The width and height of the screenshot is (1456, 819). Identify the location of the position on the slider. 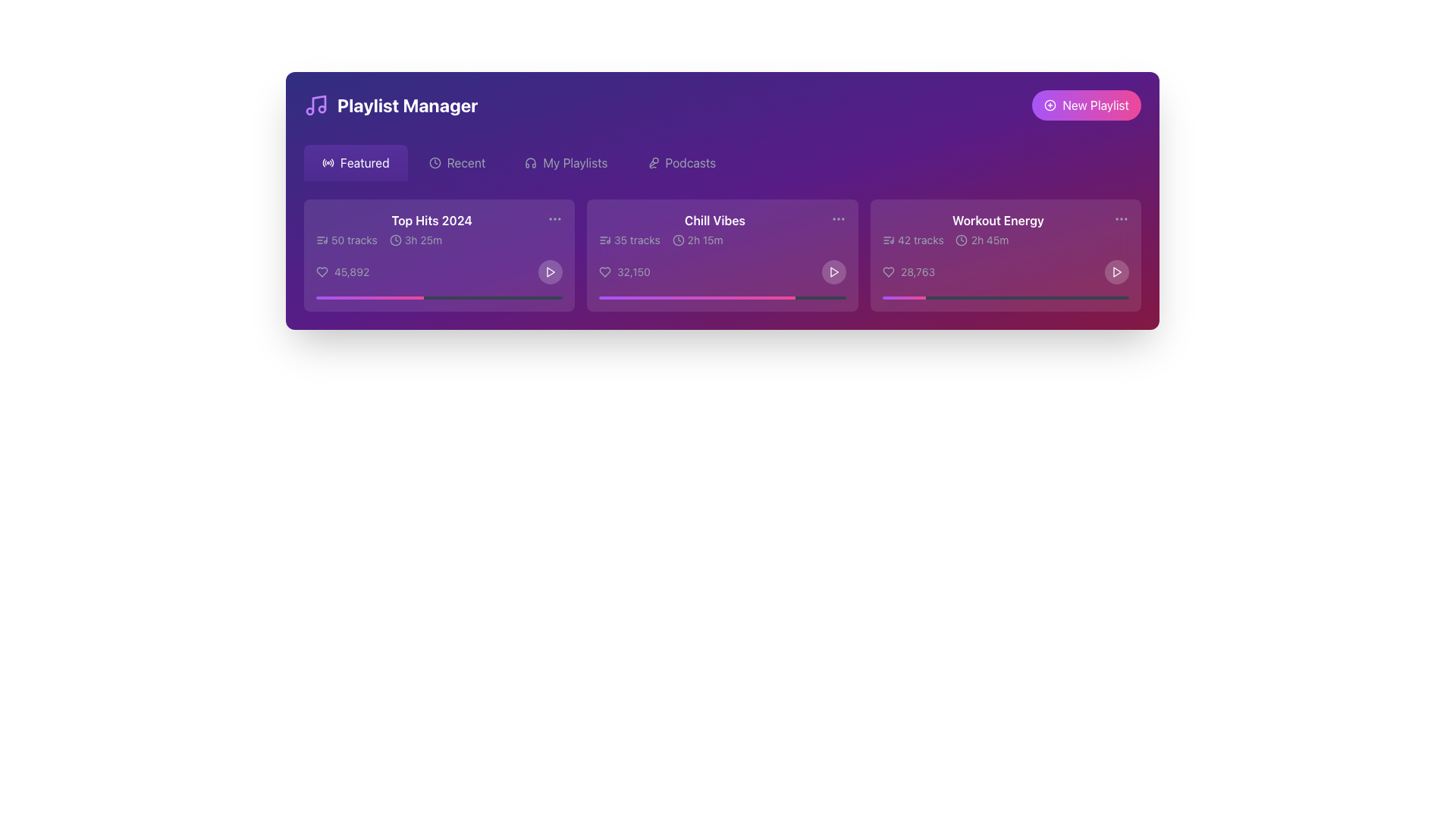
(698, 298).